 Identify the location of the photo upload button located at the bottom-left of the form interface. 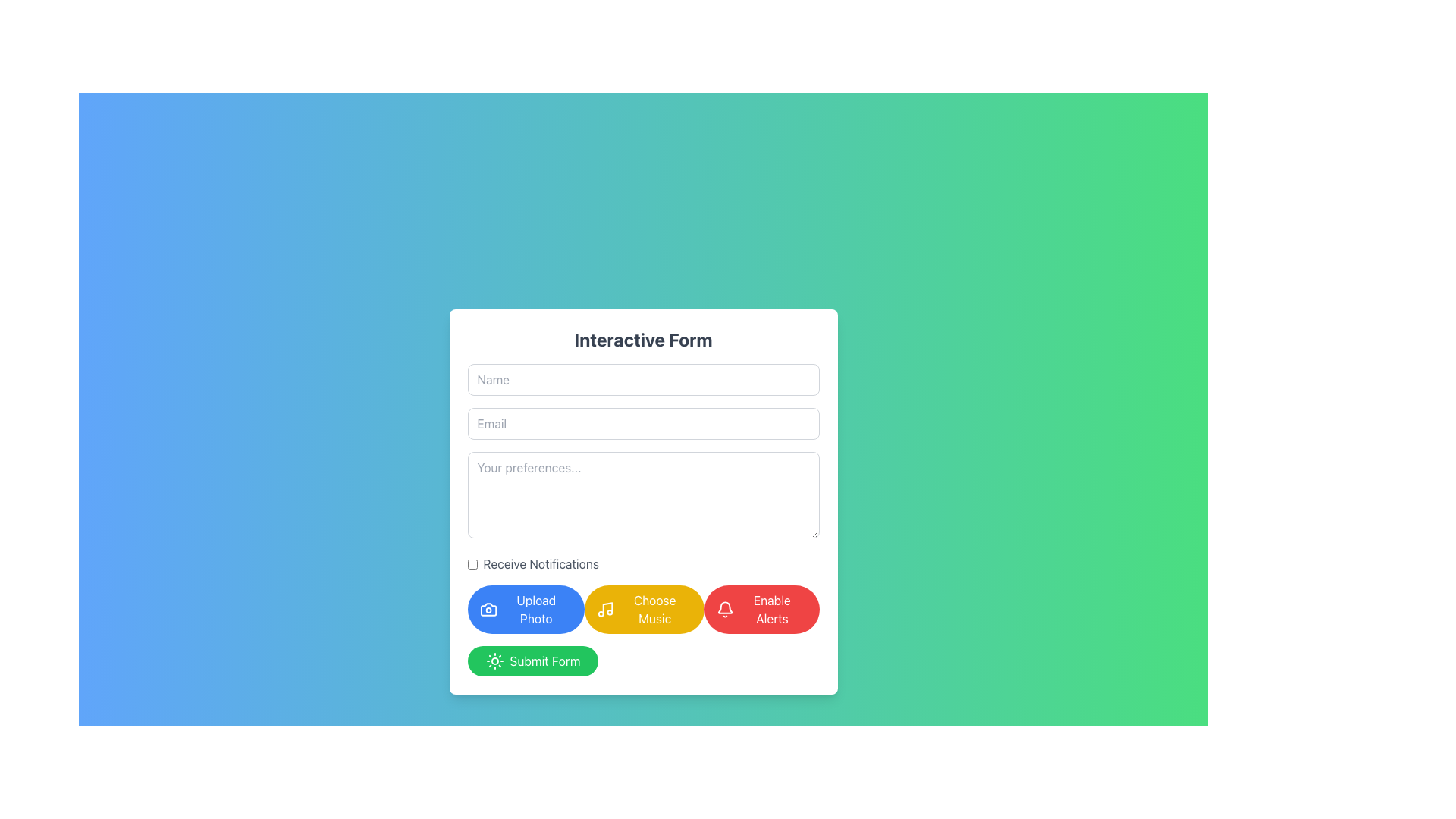
(526, 608).